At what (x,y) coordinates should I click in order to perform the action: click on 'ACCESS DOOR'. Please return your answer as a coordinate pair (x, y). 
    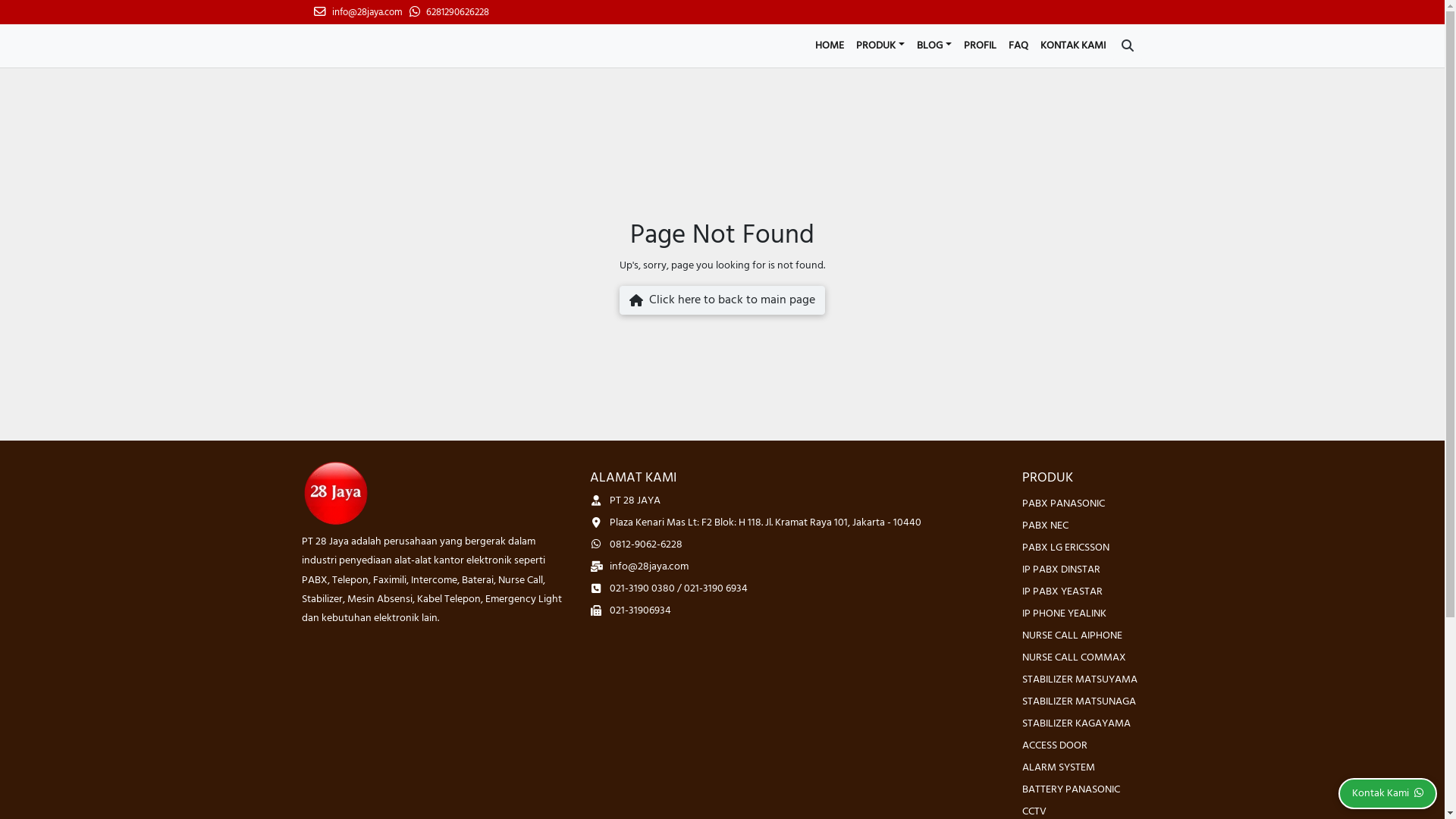
    Looking at the image, I should click on (1054, 745).